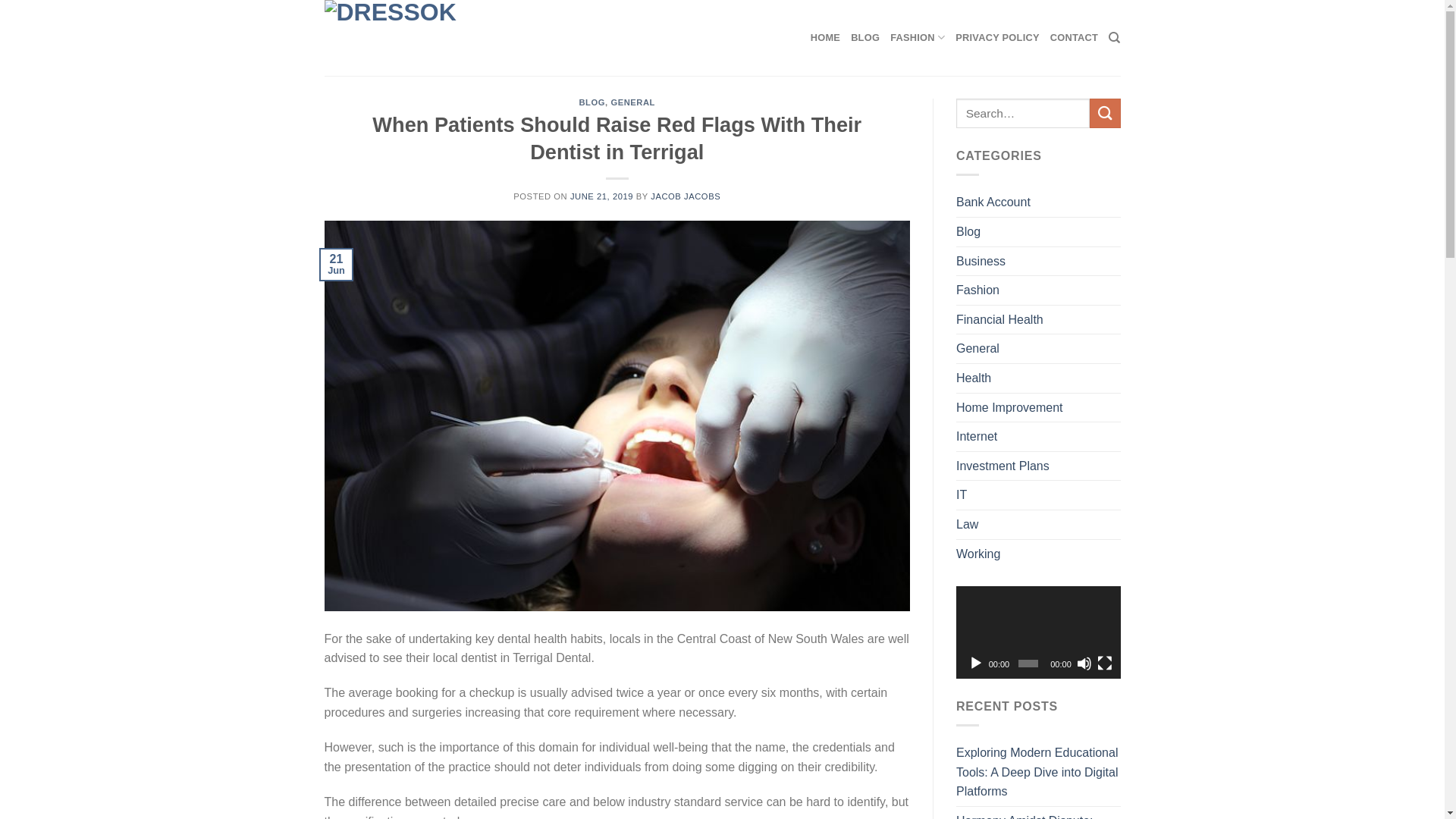 The image size is (1456, 819). Describe the element at coordinates (981, 260) in the screenshot. I see `'Business'` at that location.